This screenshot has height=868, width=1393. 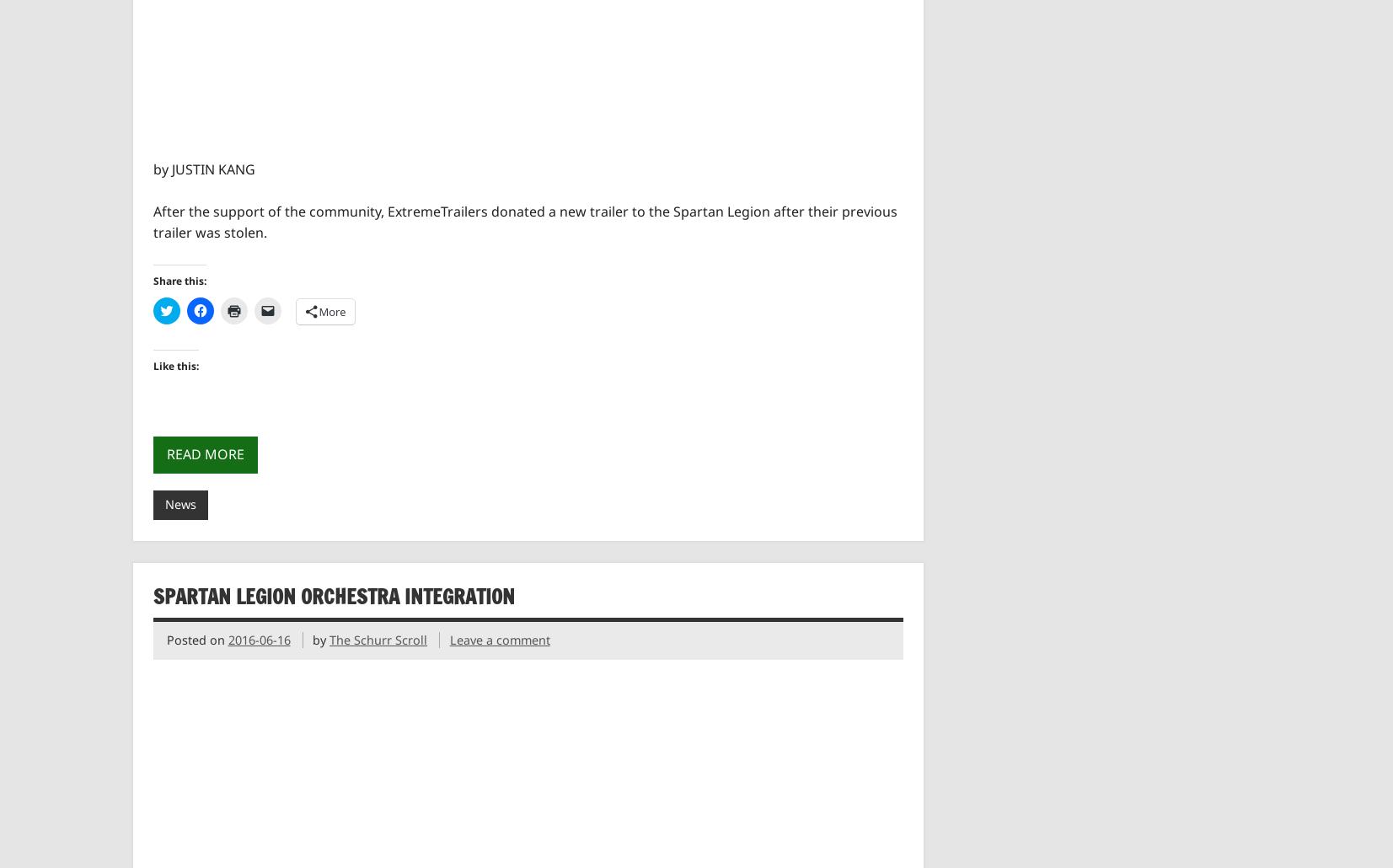 I want to click on 'Posted on', so click(x=196, y=640).